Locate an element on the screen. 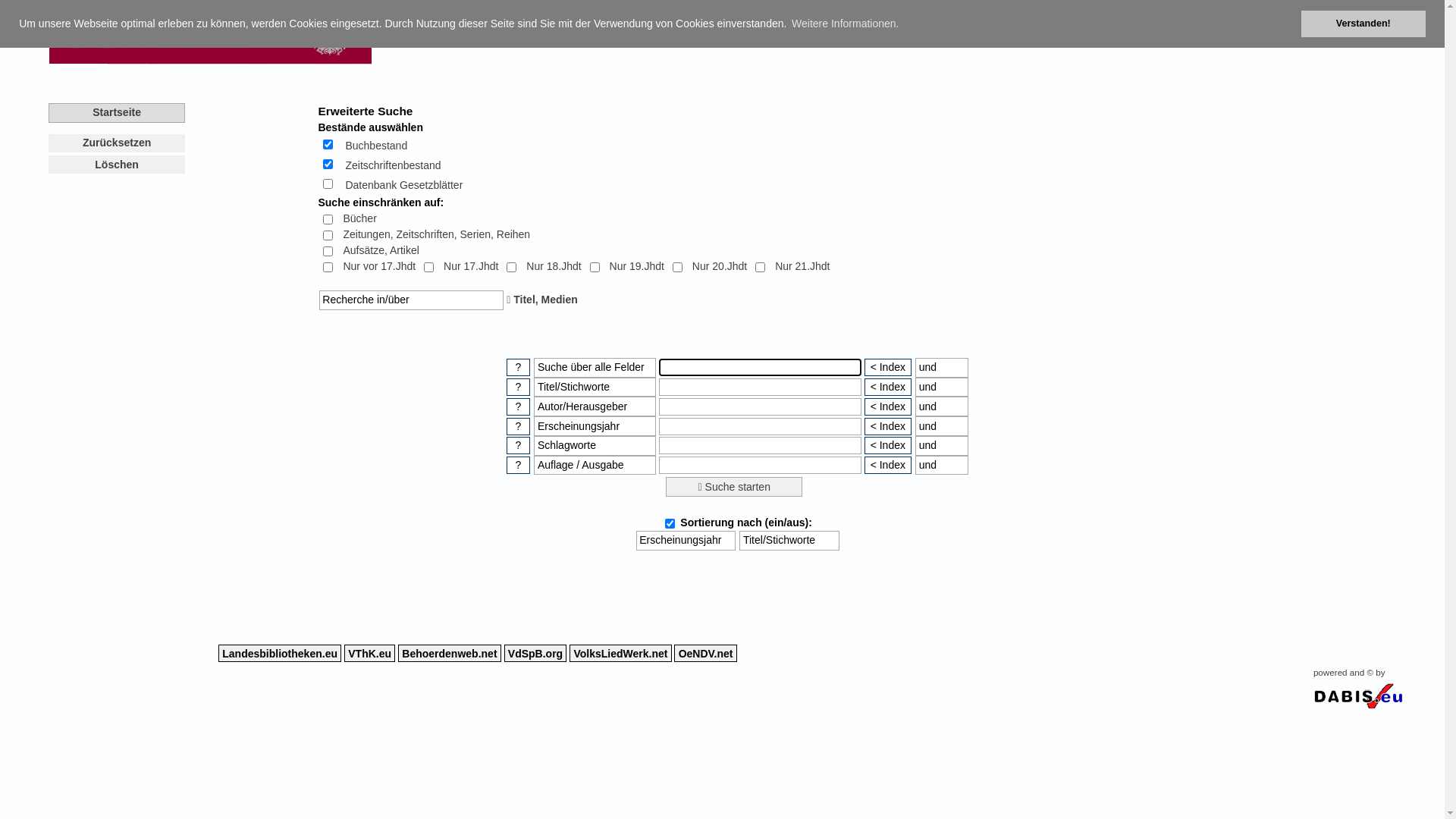 Image resolution: width=1456 pixels, height=819 pixels. 'Behoerdenweb.net' is located at coordinates (449, 652).